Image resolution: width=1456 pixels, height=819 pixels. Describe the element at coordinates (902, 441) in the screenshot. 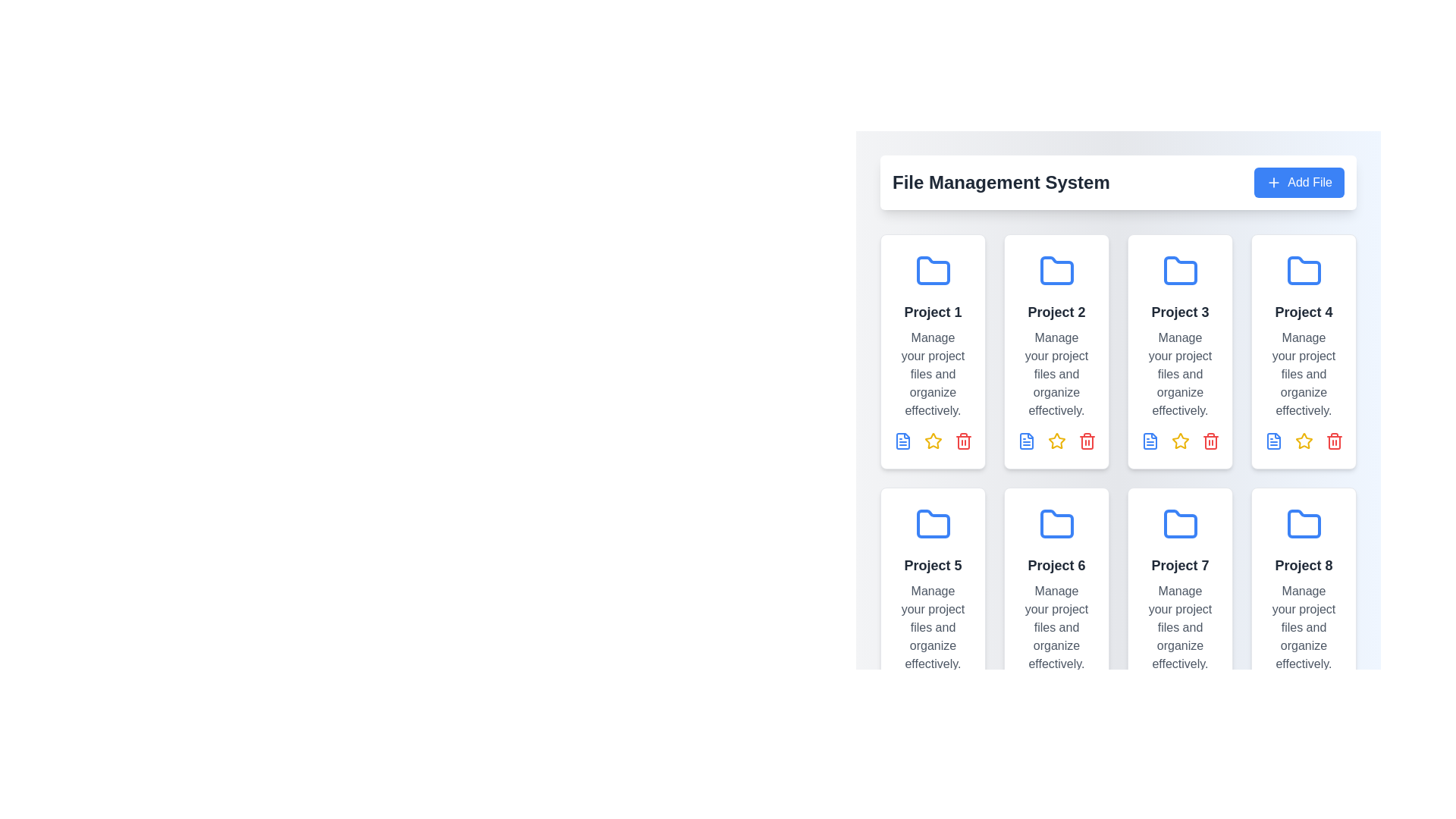

I see `the interactive file-related icon for 'Project 1', located at the bottom-left corner of the 'Project 1' card` at that location.